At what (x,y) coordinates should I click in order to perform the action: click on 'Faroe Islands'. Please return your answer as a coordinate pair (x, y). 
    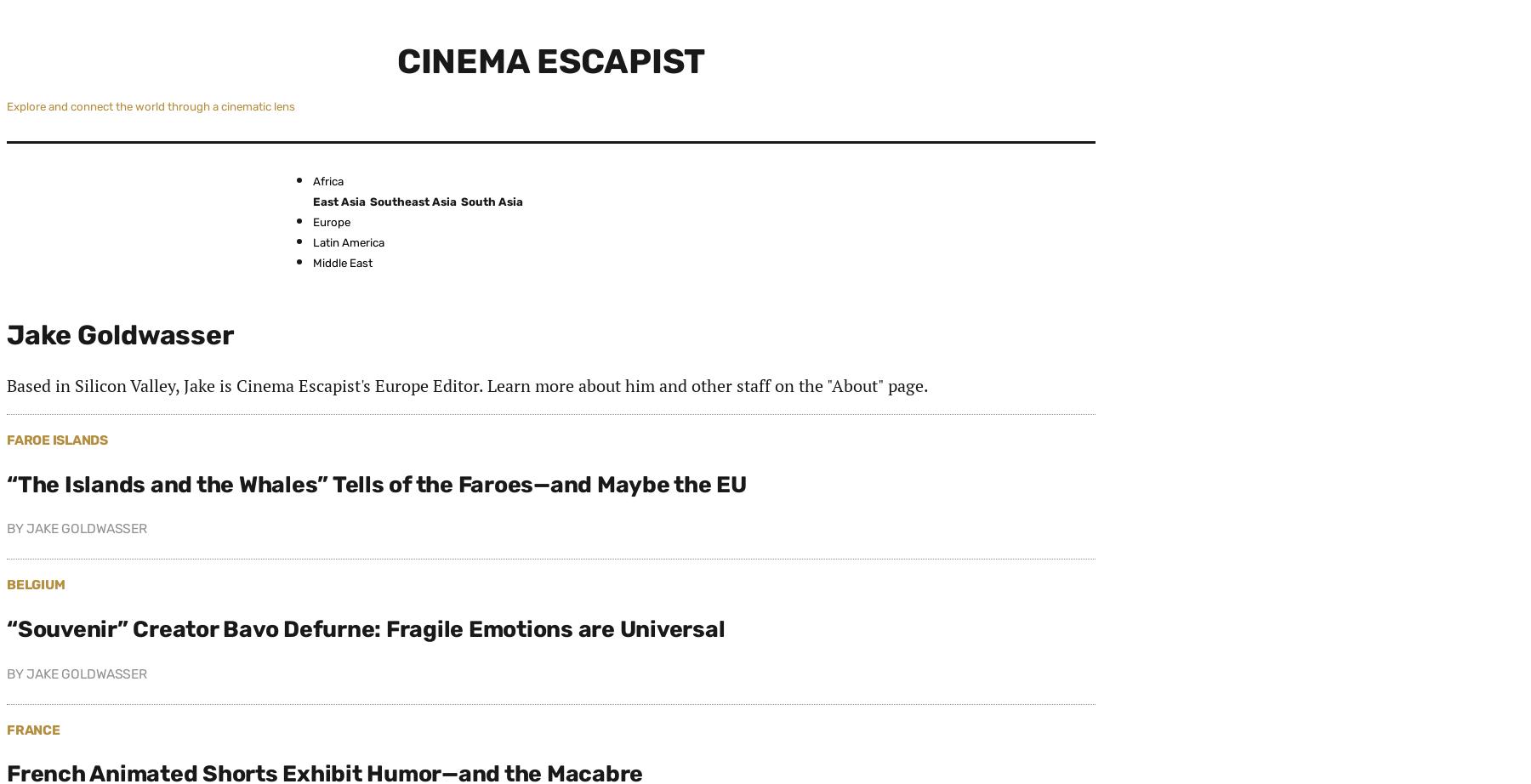
    Looking at the image, I should click on (5, 440).